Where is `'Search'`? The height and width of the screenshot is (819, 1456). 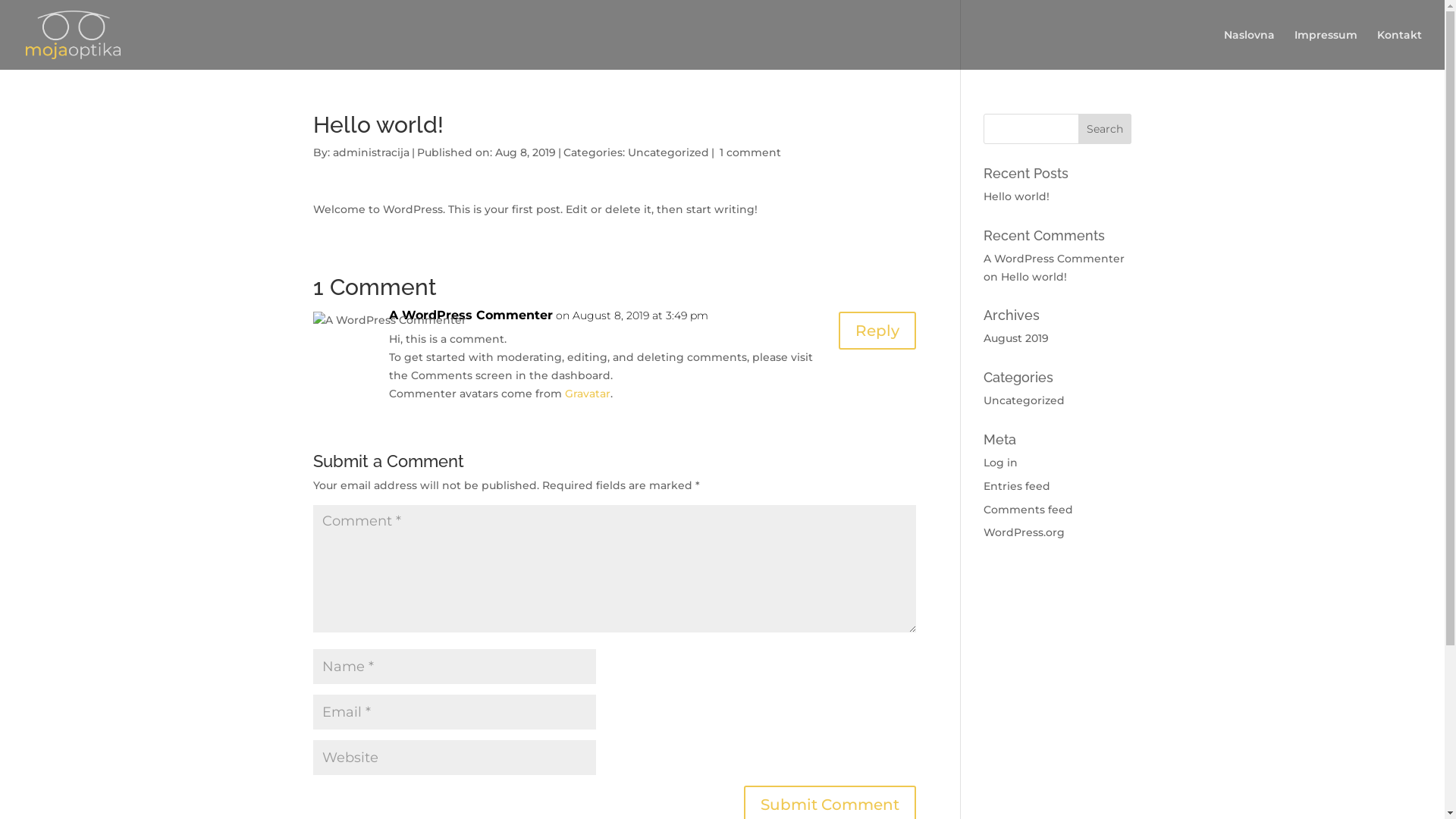 'Search' is located at coordinates (1105, 127).